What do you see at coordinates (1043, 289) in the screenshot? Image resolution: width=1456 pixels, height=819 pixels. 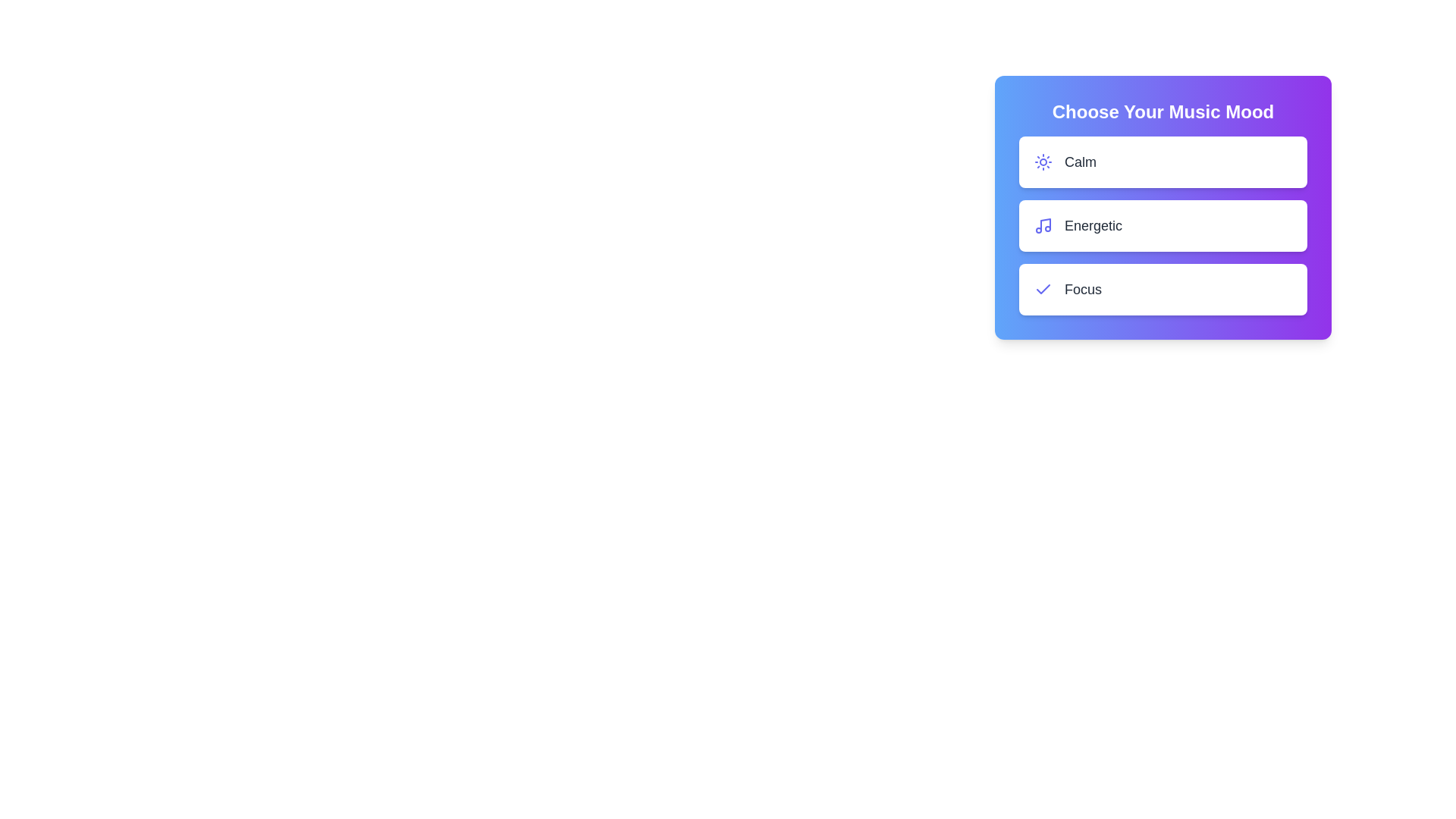 I see `the checkmark icon with a blue outline located in the top-left region of the 'Focus' option panel` at bounding box center [1043, 289].